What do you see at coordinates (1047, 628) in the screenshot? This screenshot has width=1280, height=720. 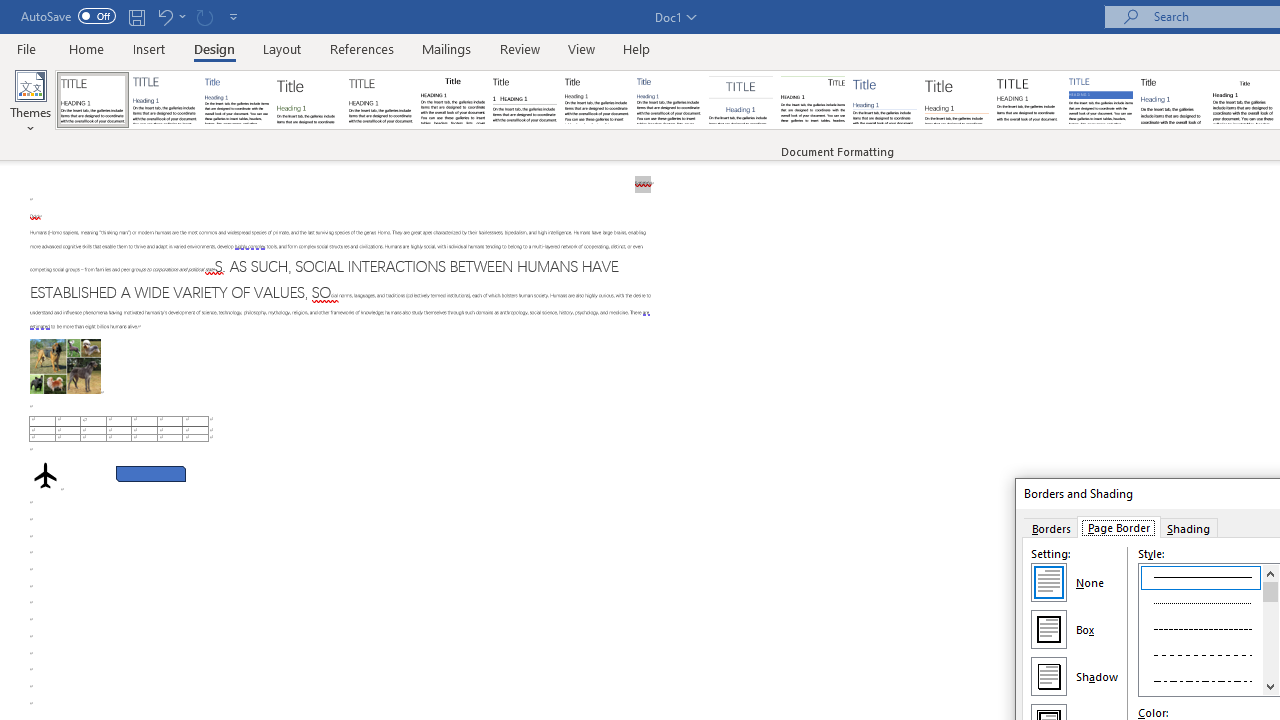 I see `'Box'` at bounding box center [1047, 628].